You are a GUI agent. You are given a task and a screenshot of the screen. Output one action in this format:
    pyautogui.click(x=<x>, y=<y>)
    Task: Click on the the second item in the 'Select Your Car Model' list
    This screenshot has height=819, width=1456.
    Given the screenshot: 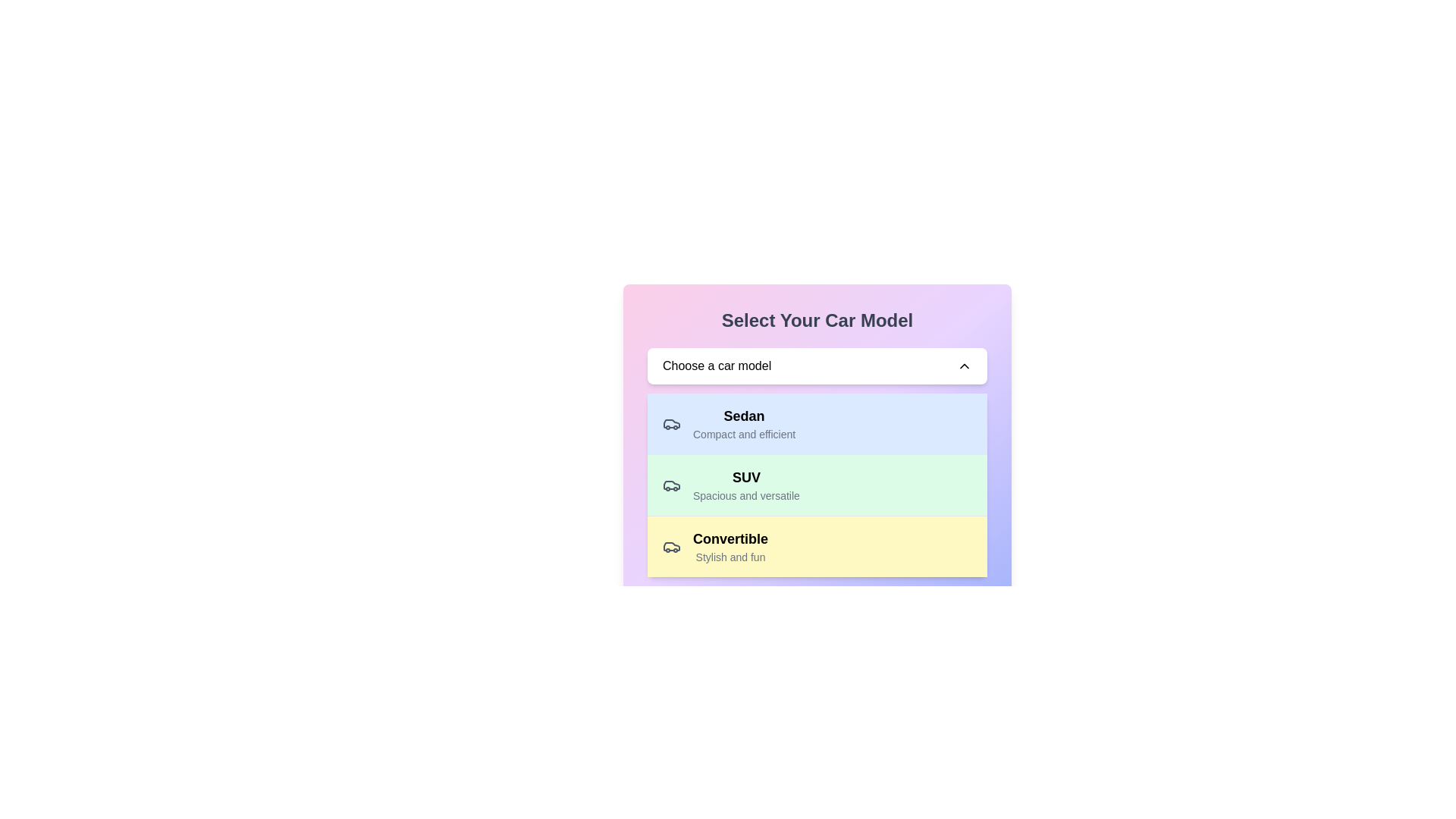 What is the action you would take?
    pyautogui.click(x=817, y=485)
    